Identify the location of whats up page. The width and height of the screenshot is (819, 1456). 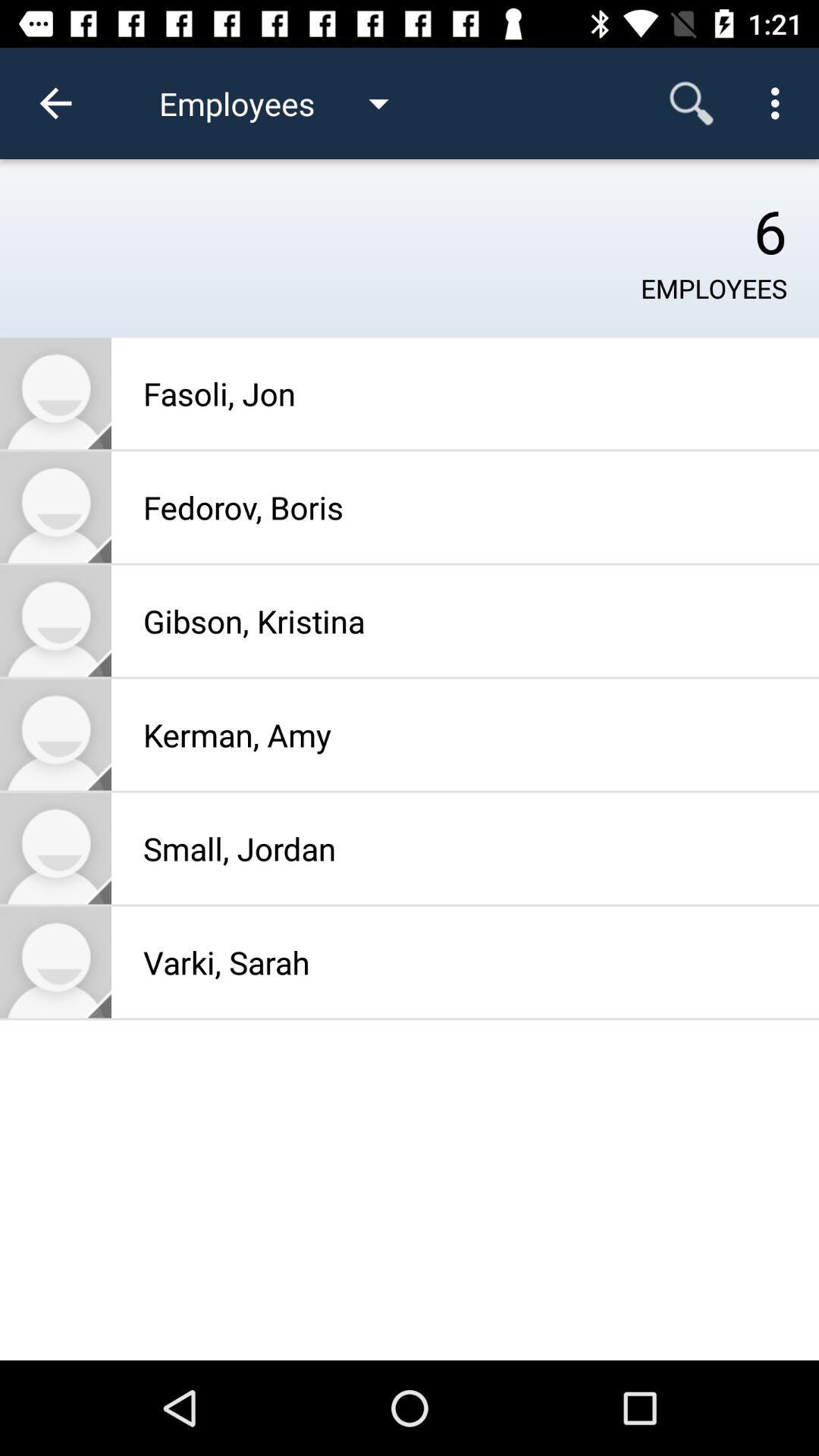
(55, 961).